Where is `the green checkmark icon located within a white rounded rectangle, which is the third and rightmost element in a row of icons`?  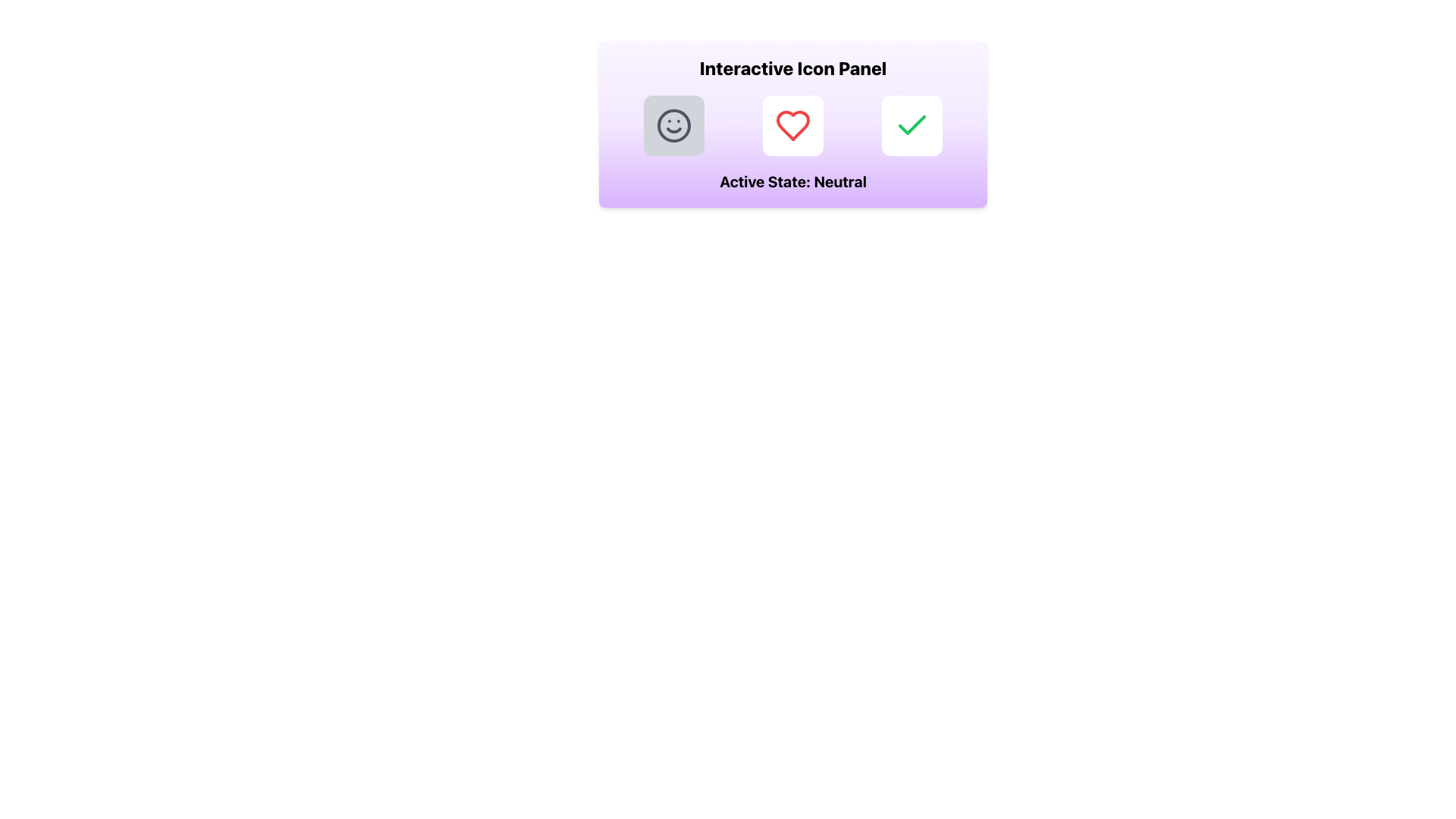 the green checkmark icon located within a white rounded rectangle, which is the third and rightmost element in a row of icons is located at coordinates (912, 124).